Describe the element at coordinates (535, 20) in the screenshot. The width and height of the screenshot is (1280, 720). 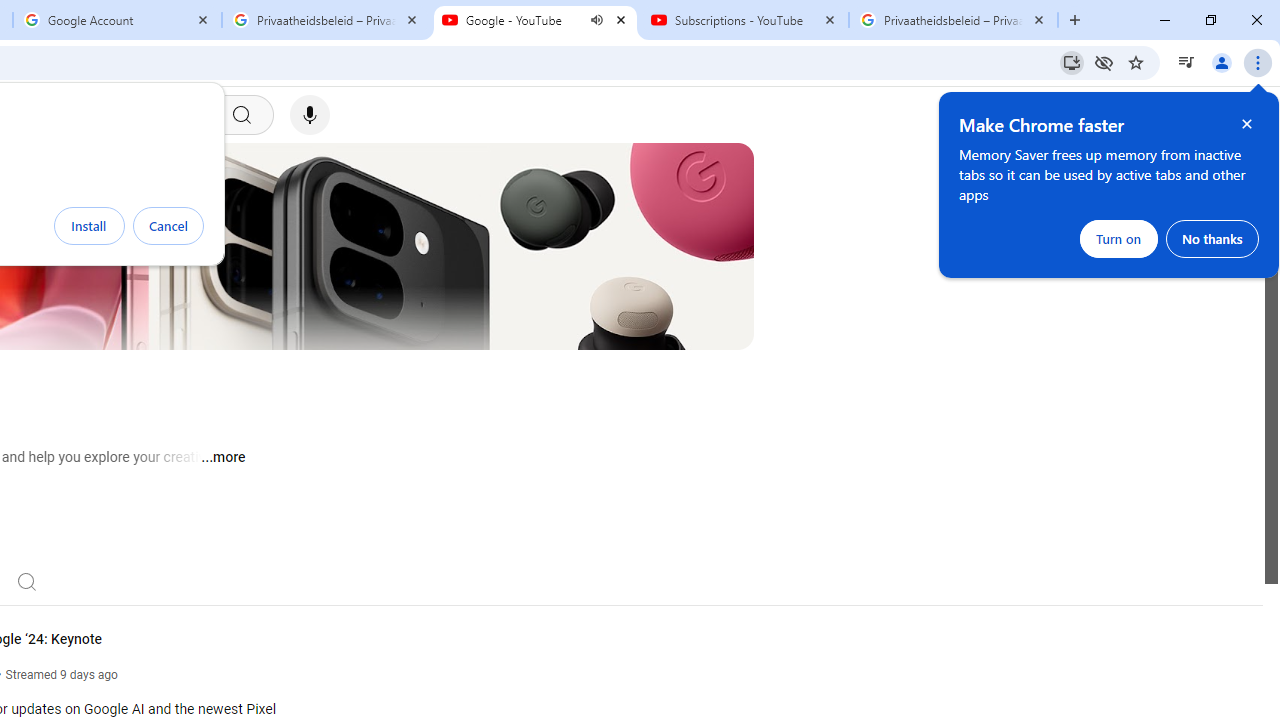
I see `'Google - YouTube - Audio playing'` at that location.